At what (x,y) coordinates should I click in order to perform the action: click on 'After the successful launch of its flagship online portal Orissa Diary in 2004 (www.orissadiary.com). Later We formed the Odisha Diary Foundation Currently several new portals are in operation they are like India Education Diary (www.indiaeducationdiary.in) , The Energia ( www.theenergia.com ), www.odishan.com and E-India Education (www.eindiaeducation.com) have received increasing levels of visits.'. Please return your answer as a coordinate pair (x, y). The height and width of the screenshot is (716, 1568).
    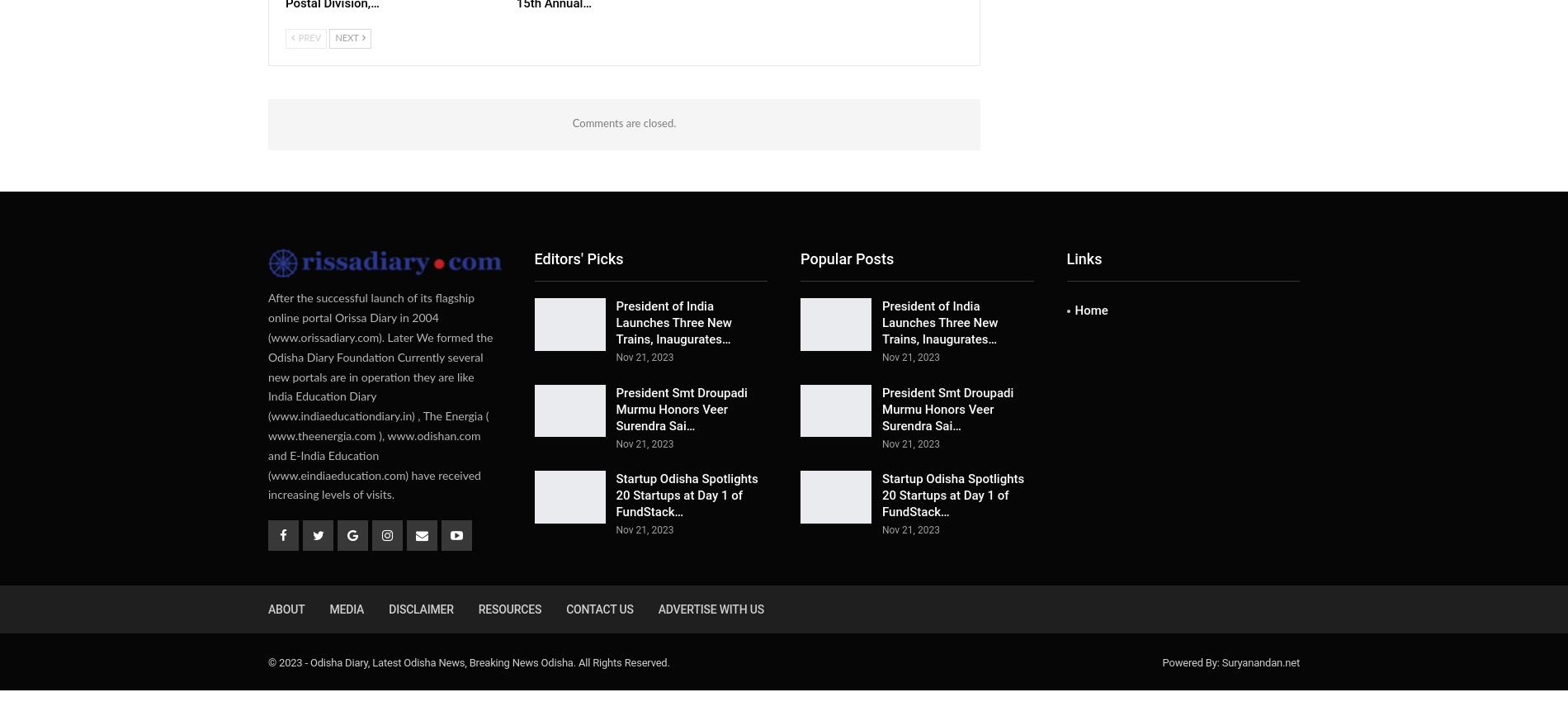
    Looking at the image, I should click on (379, 396).